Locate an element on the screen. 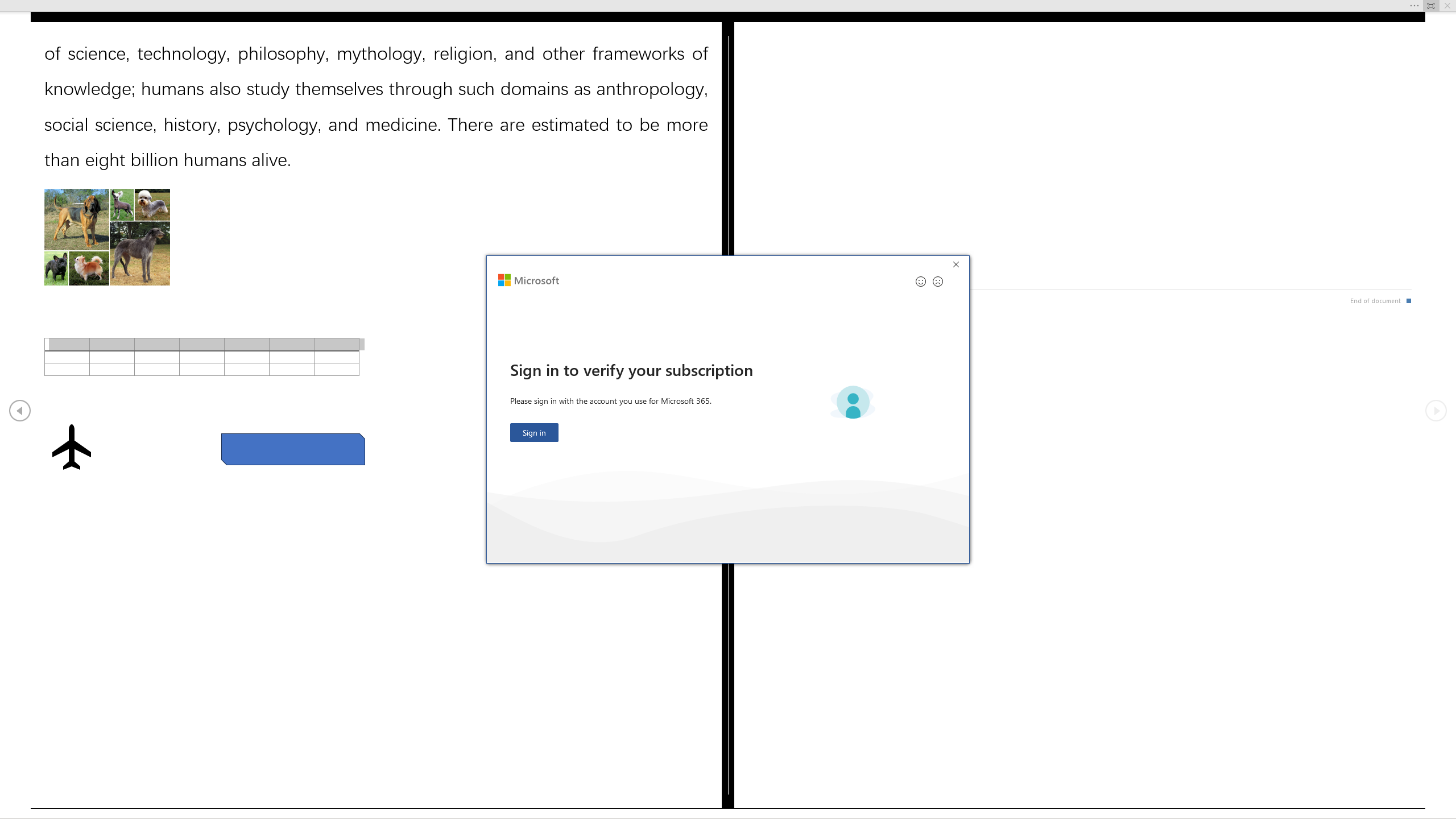 The image size is (1456, 819). 'Rectangle: Diagonal Corners Snipped 2' is located at coordinates (292, 448).